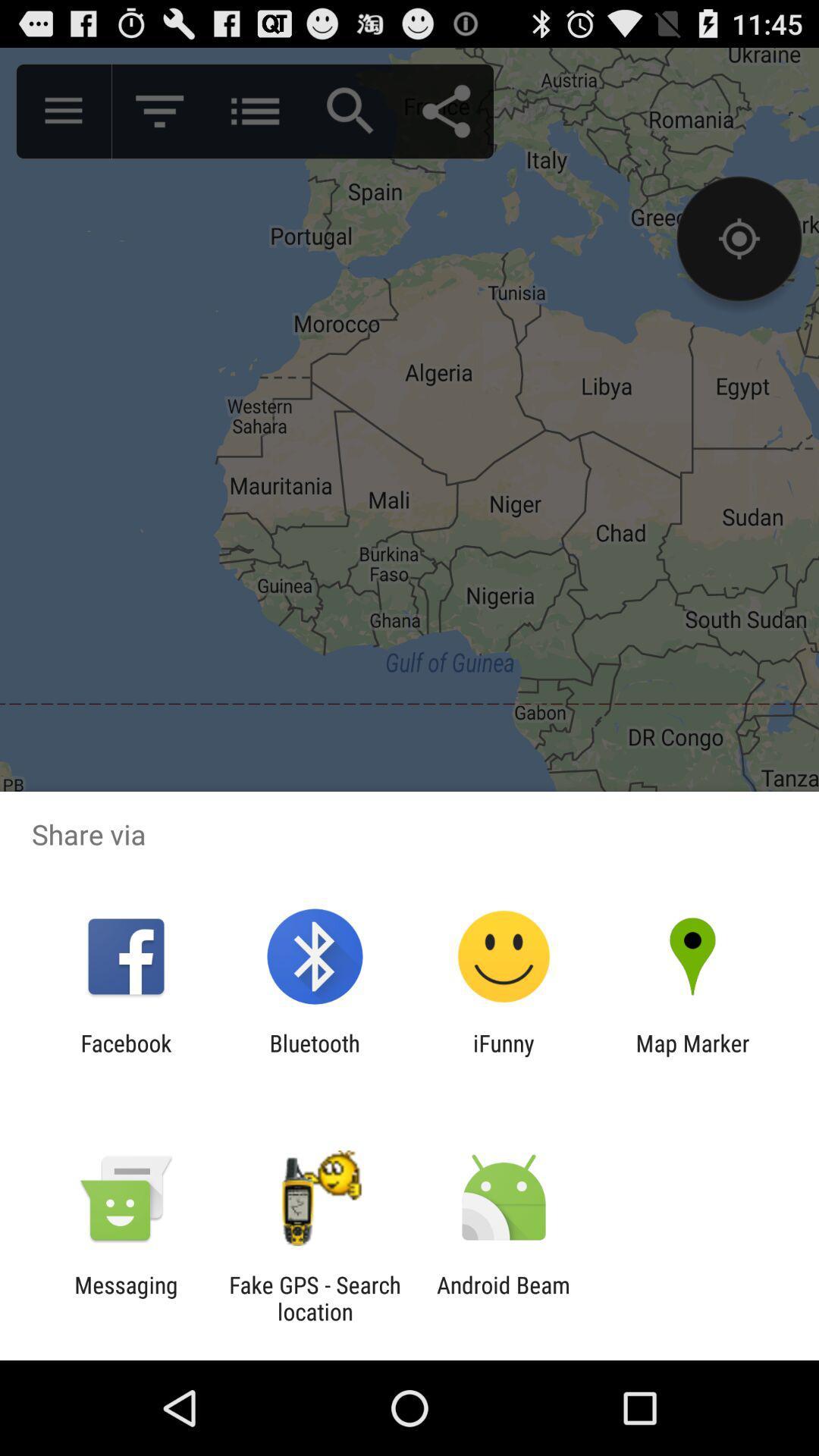 This screenshot has width=819, height=1456. I want to click on app to the left of the ifunny item, so click(314, 1056).